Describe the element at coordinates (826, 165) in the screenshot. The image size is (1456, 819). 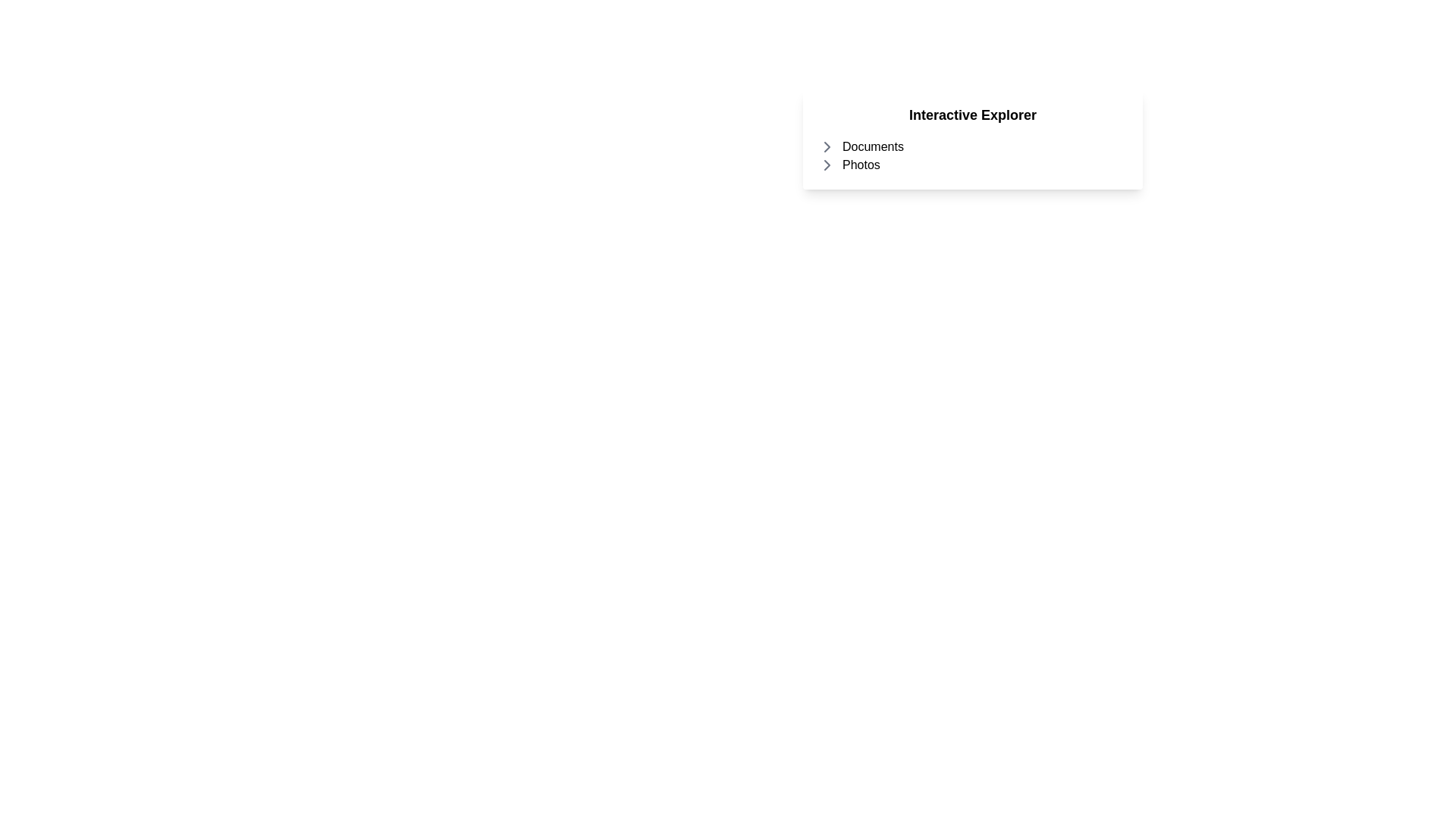
I see `the arrow icon located to the immediate left of the 'Photos' label` at that location.